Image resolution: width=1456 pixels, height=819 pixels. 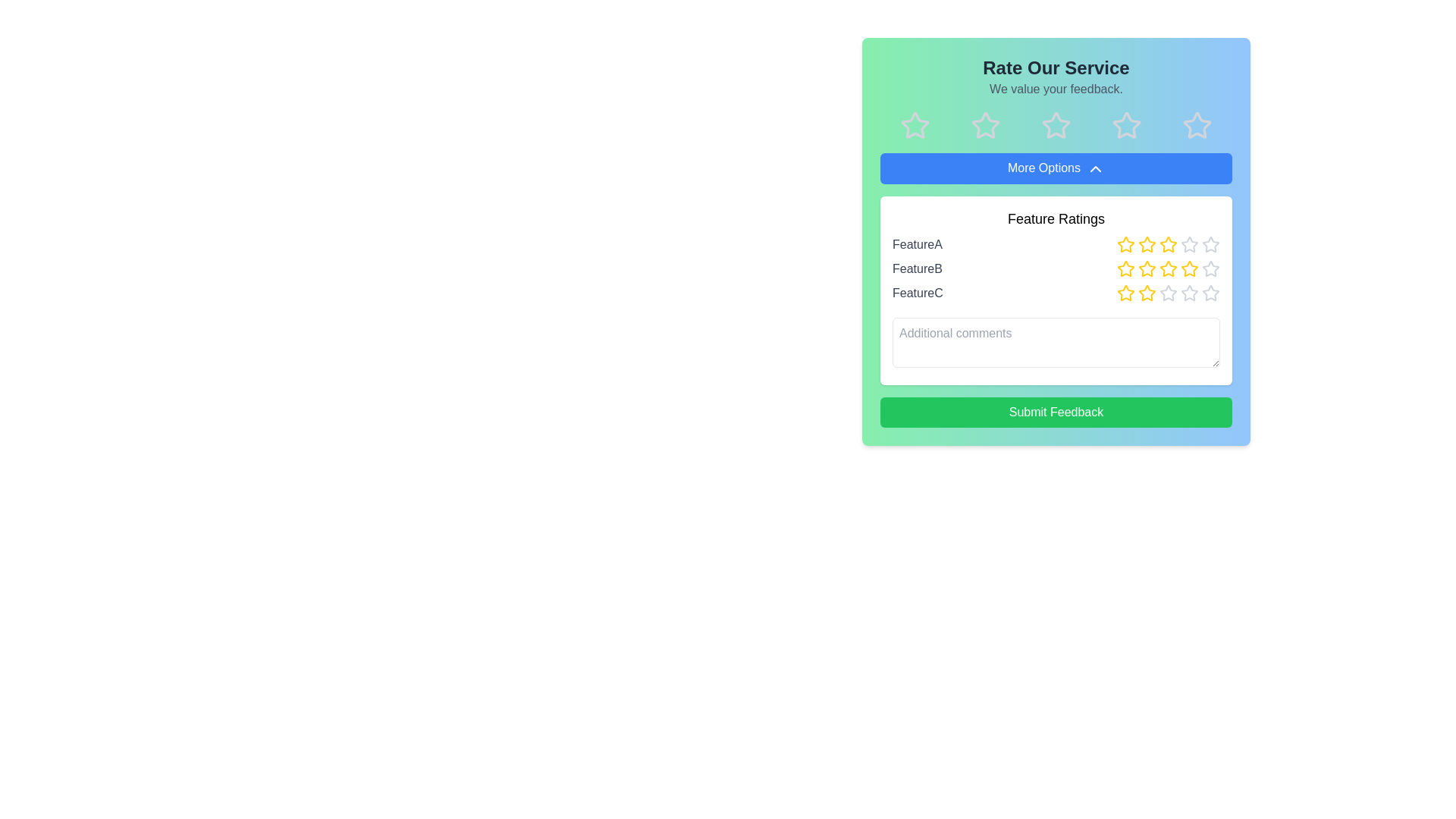 I want to click on the static text element displaying 'We value your feedback.', which is styled in medium gray and positioned below the heading 'Rate Our Service', so click(x=1055, y=89).